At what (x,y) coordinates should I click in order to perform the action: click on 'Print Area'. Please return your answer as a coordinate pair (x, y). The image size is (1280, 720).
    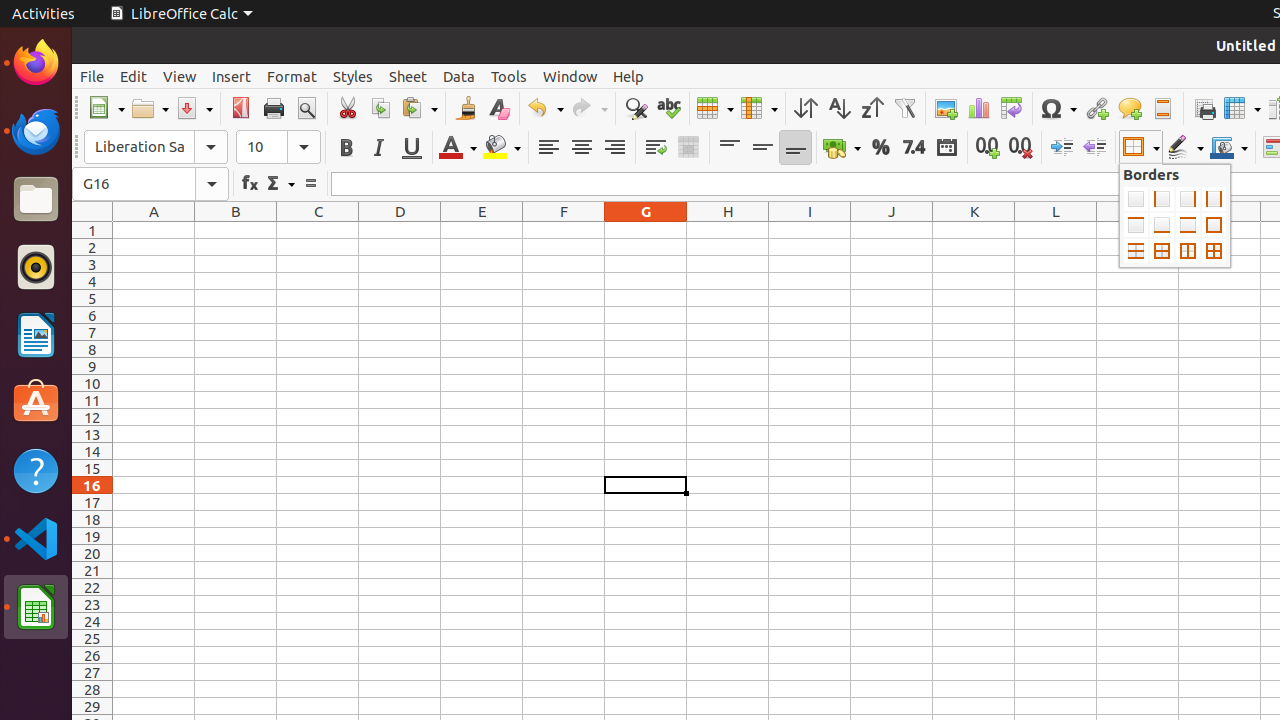
    Looking at the image, I should click on (1202, 108).